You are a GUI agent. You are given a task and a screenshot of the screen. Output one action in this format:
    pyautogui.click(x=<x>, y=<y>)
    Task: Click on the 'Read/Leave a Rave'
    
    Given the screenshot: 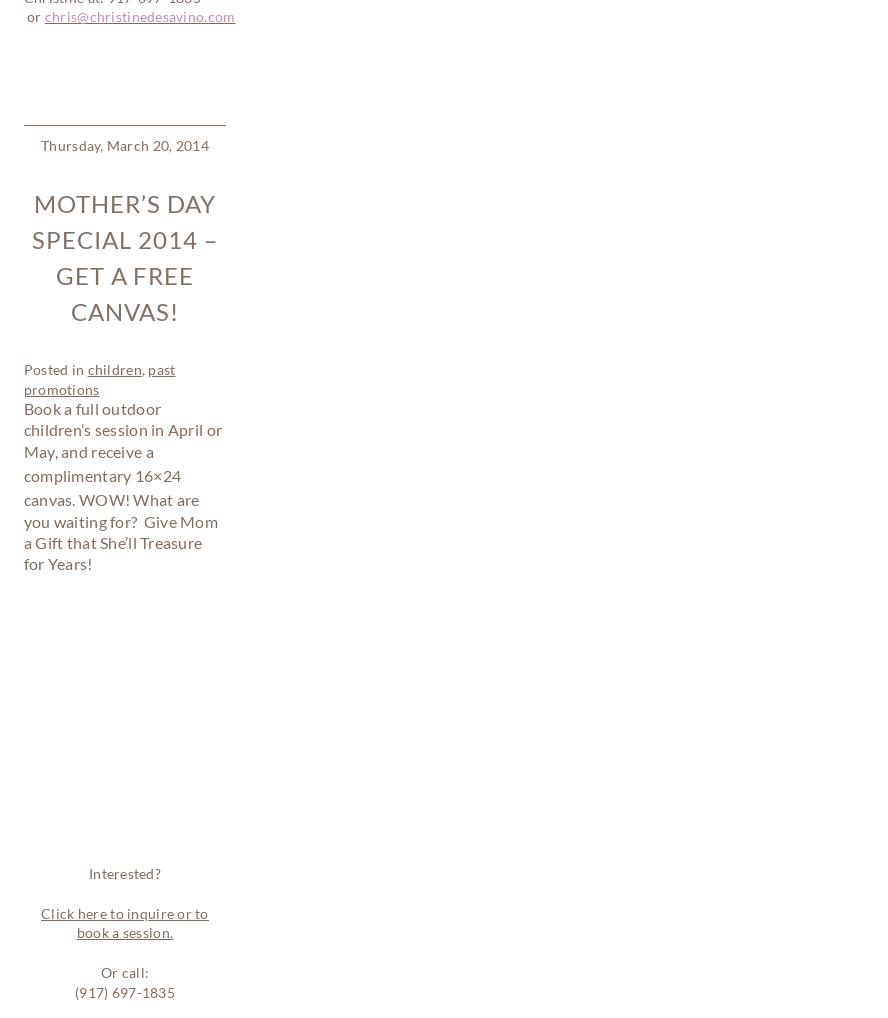 What is the action you would take?
    pyautogui.click(x=164, y=730)
    